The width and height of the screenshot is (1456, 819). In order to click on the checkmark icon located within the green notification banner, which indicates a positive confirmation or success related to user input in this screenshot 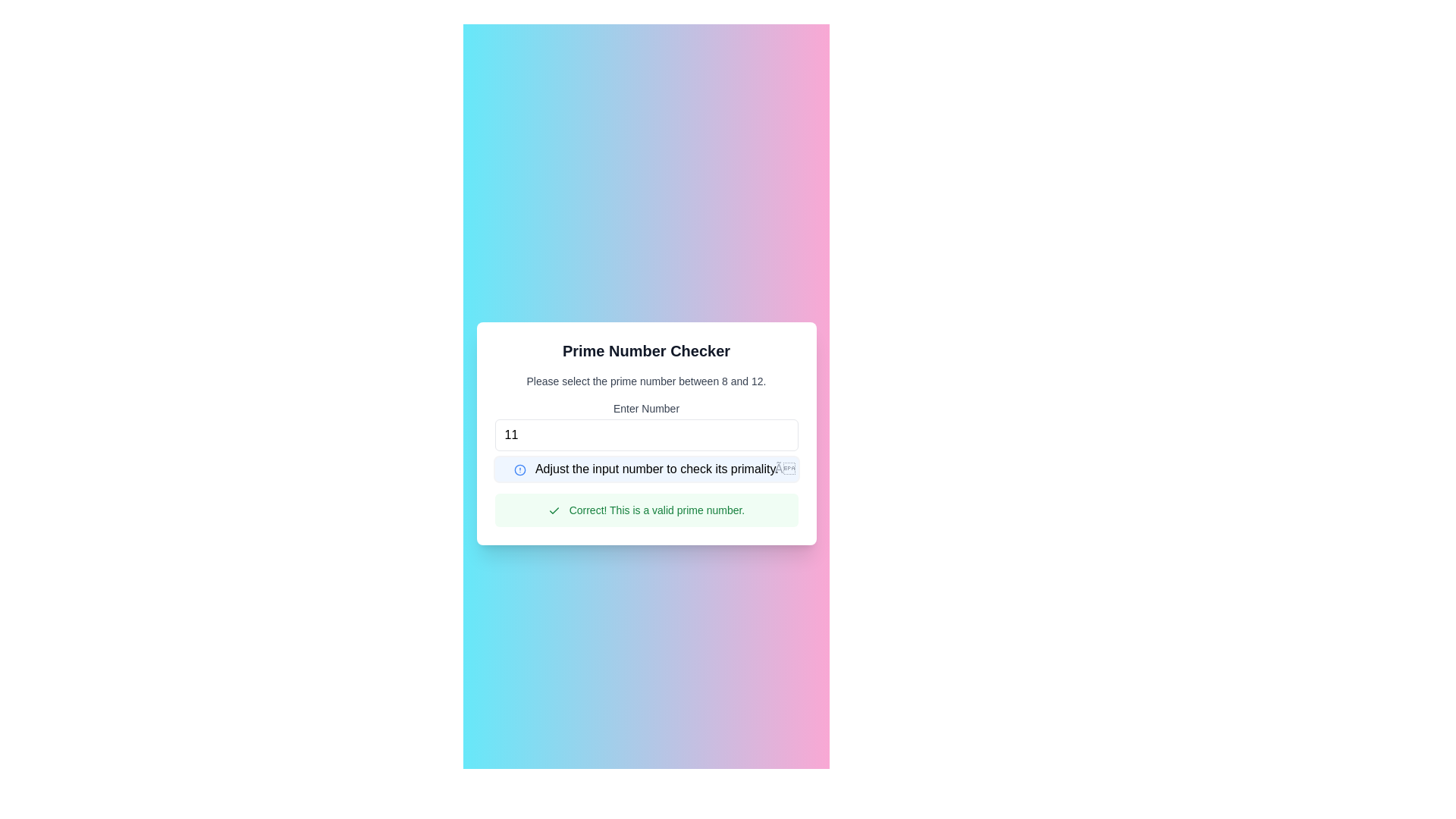, I will do `click(553, 511)`.